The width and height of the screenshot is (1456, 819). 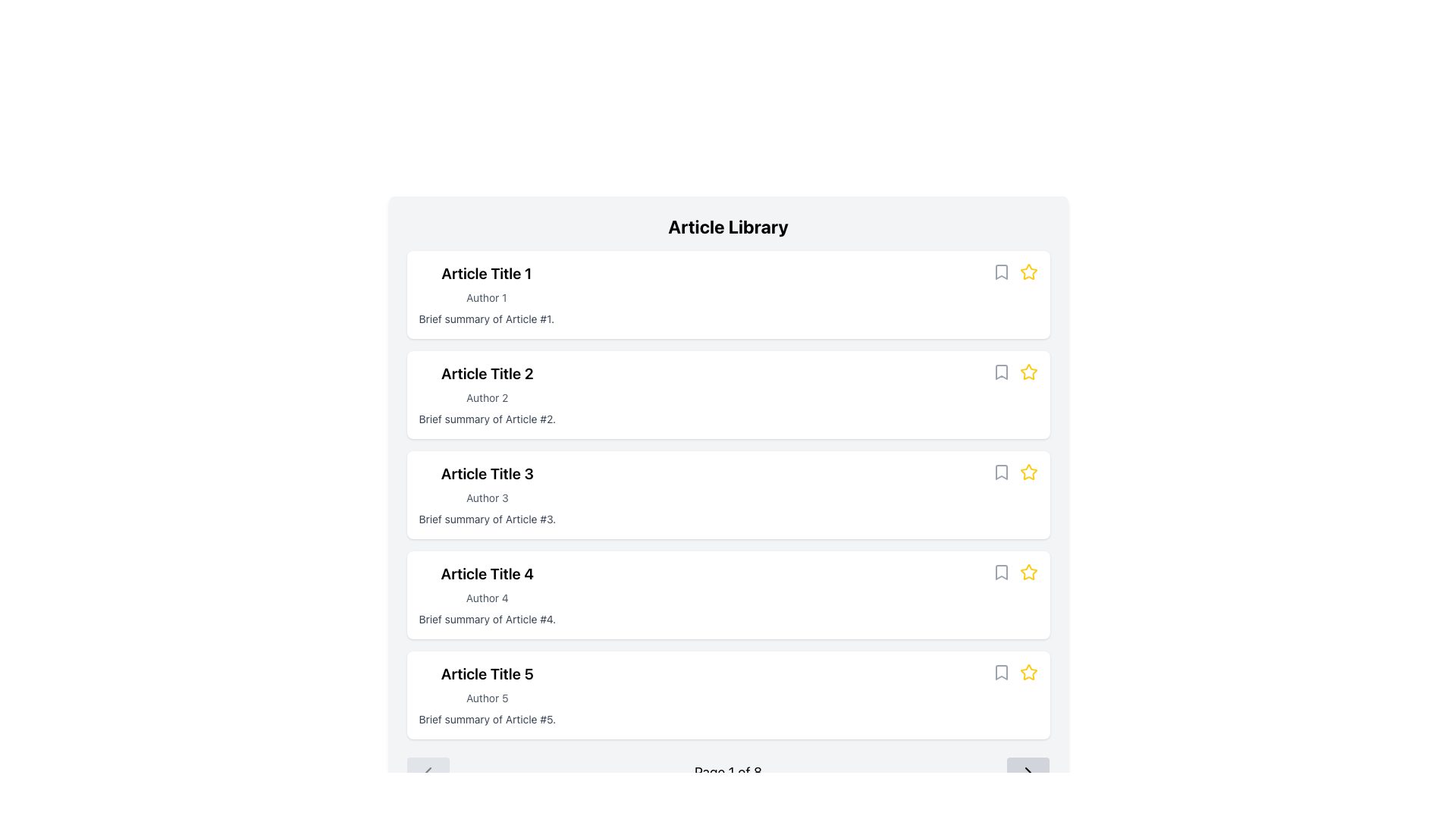 I want to click on the text summarizing 'Article Title 2', which is located below 'Author 2' and beneath 'Article Title 2' in the list, so click(x=487, y=419).